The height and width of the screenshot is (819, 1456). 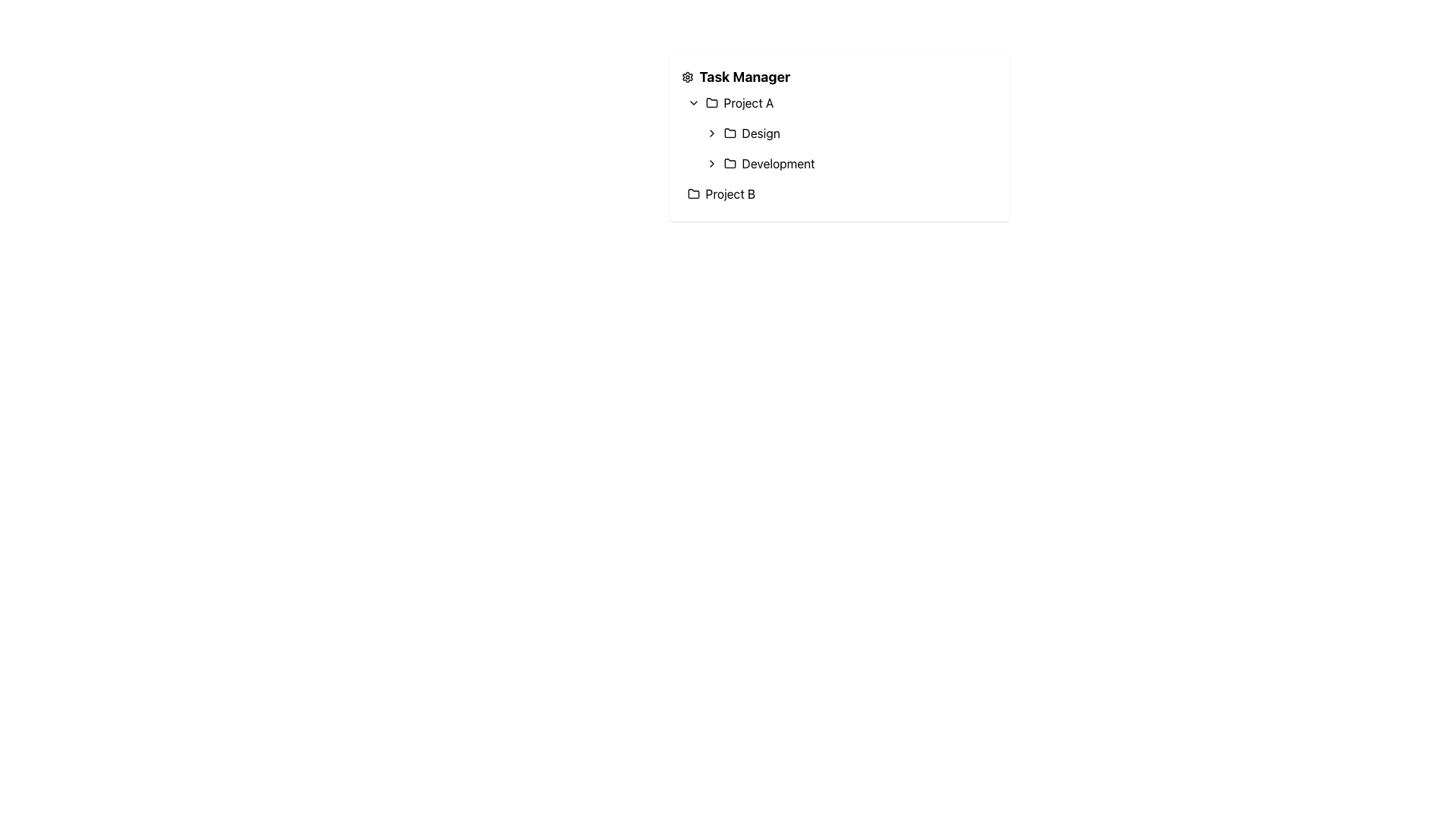 I want to click on the gear icon element used for settings, located at the top-left area of the interface next to the title 'Task Manager', so click(x=686, y=77).